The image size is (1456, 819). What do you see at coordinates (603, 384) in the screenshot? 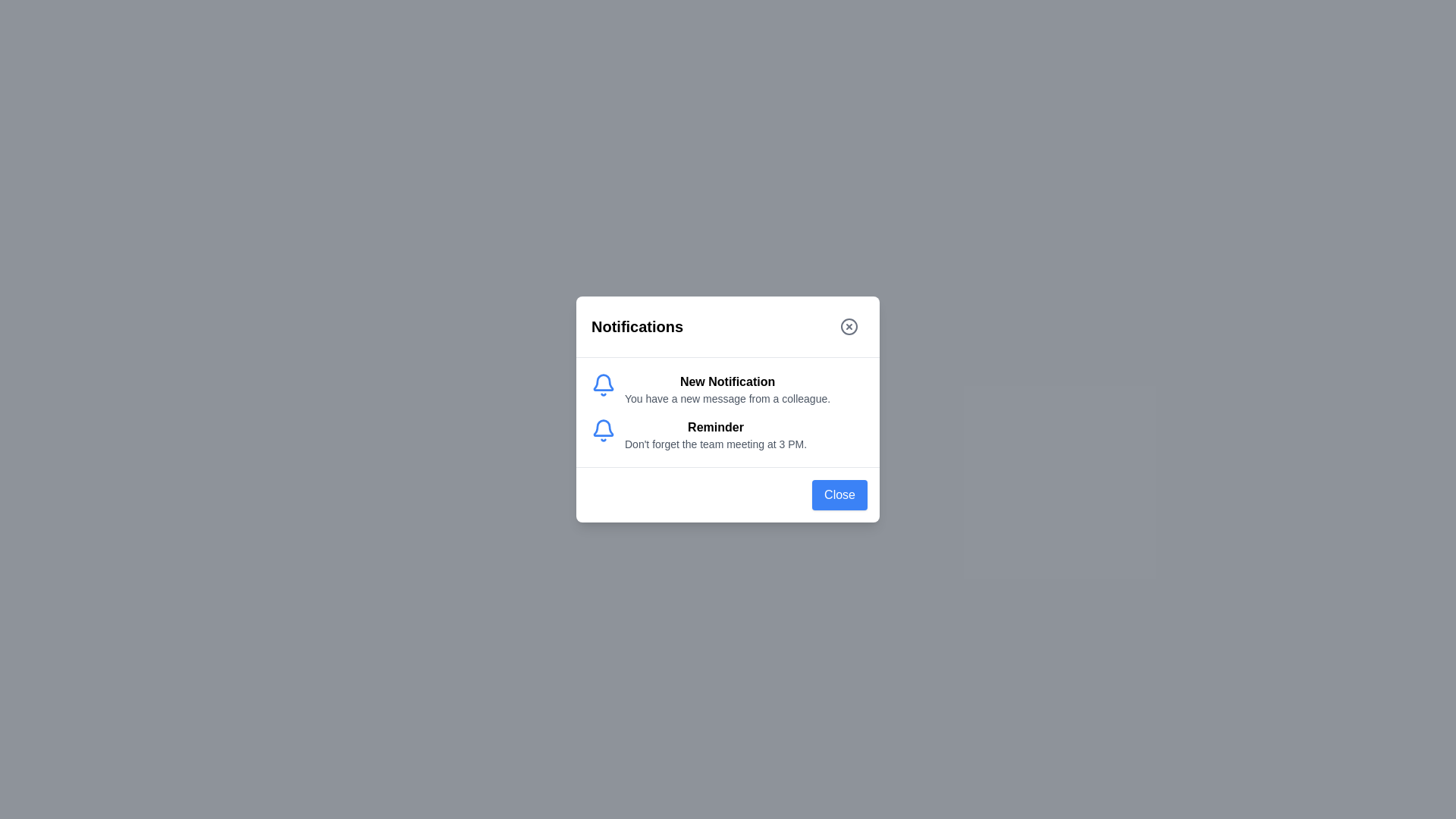
I see `the blue bell icon located to the left of the 'New Notification' text section in the notification popup` at bounding box center [603, 384].